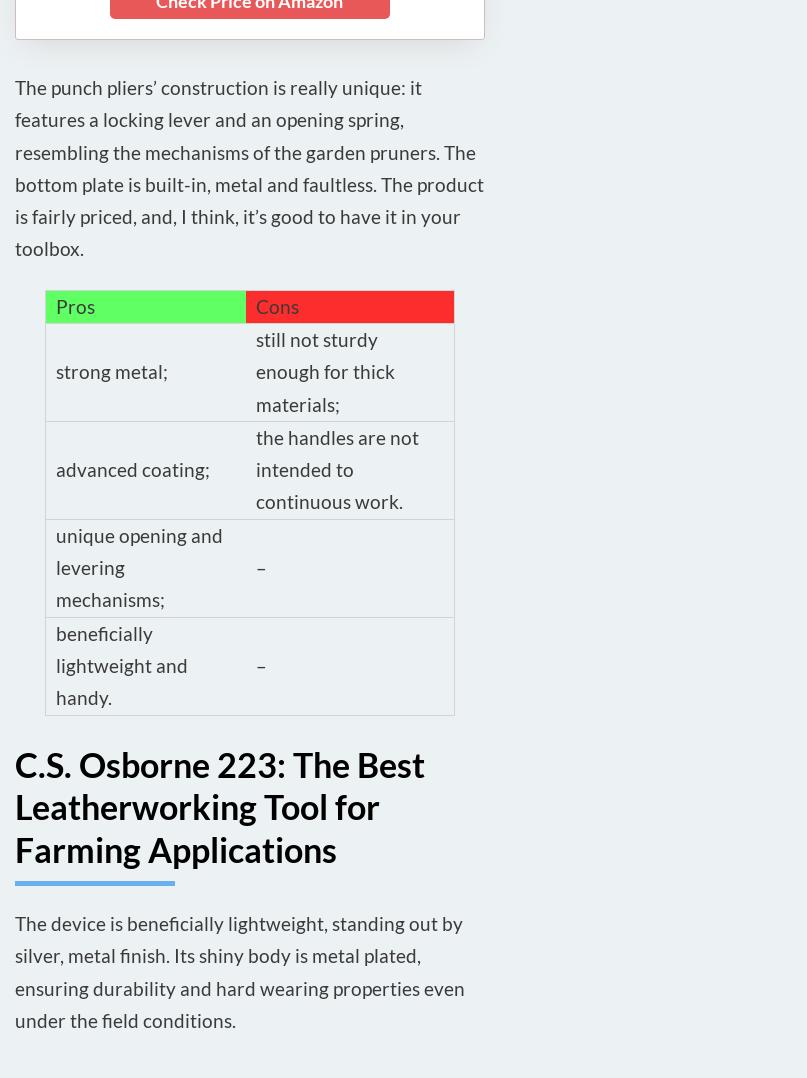 This screenshot has height=1078, width=807. What do you see at coordinates (56, 566) in the screenshot?
I see `'unique opening and levering mechanisms;'` at bounding box center [56, 566].